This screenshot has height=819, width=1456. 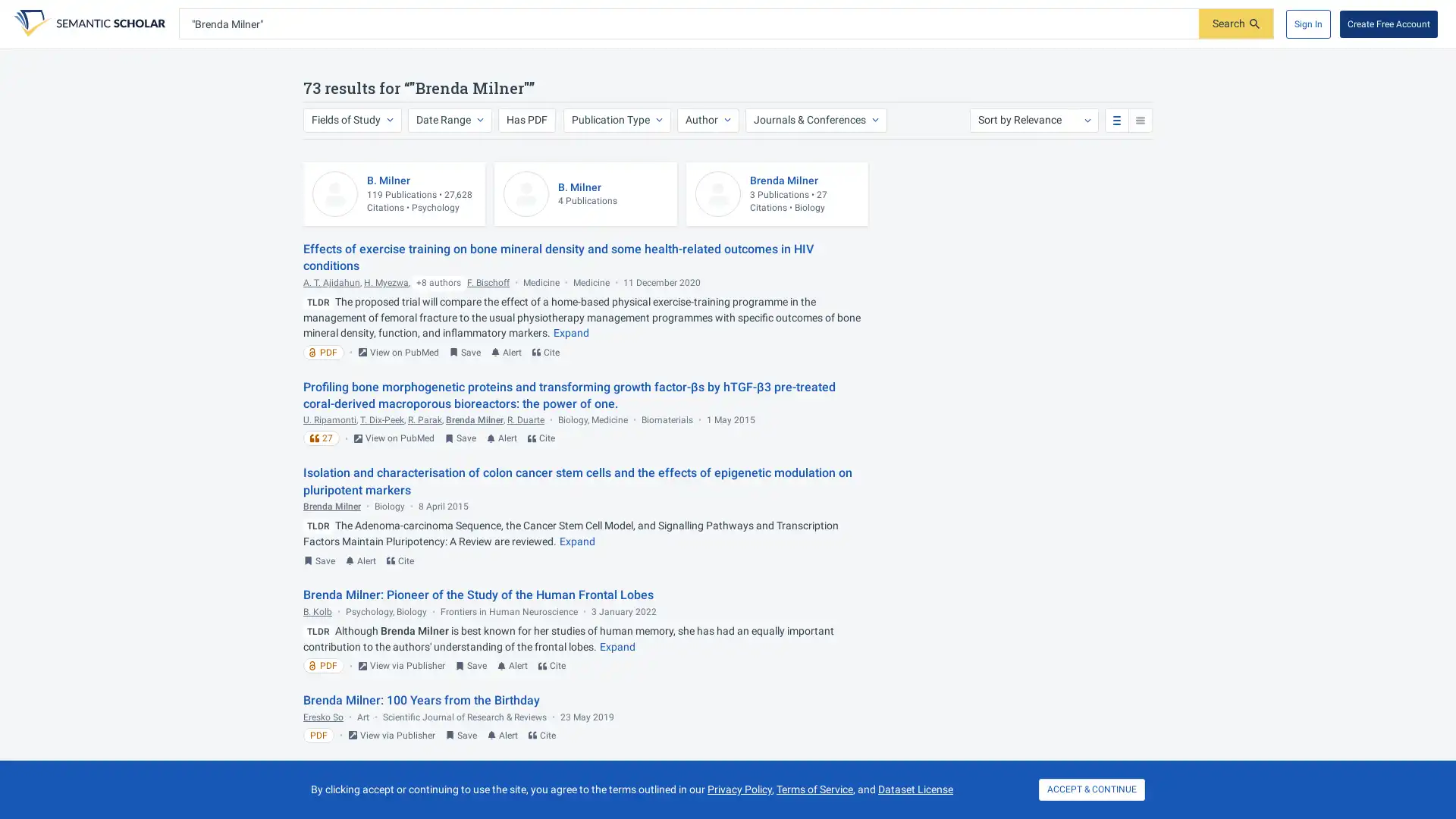 What do you see at coordinates (541, 438) in the screenshot?
I see `Cite this paper` at bounding box center [541, 438].